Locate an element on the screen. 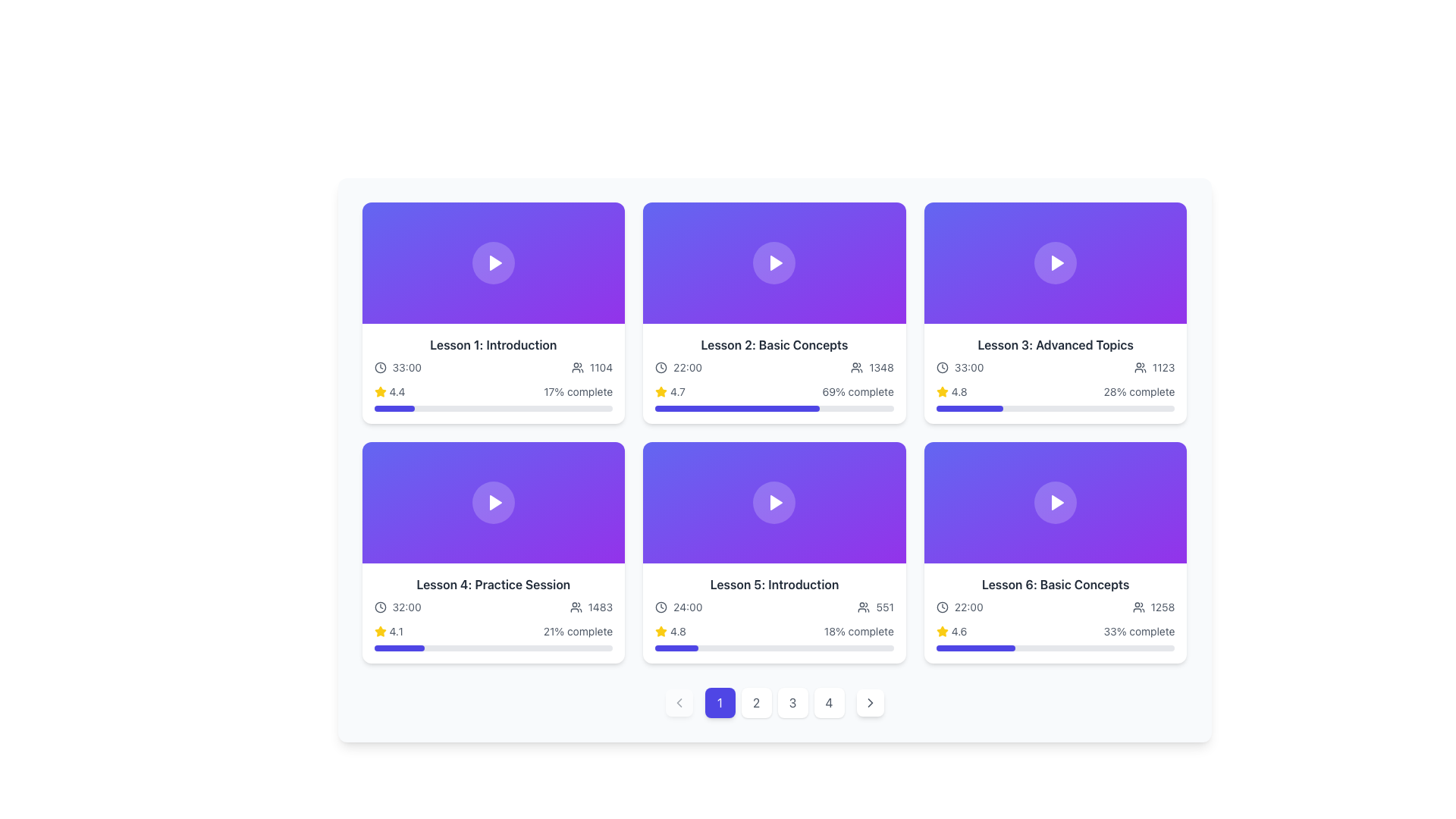  the left-facing chevron icon, which is a thin, minimalistic arrow styled within a square button located at the left of the pagination control section is located at coordinates (678, 702).